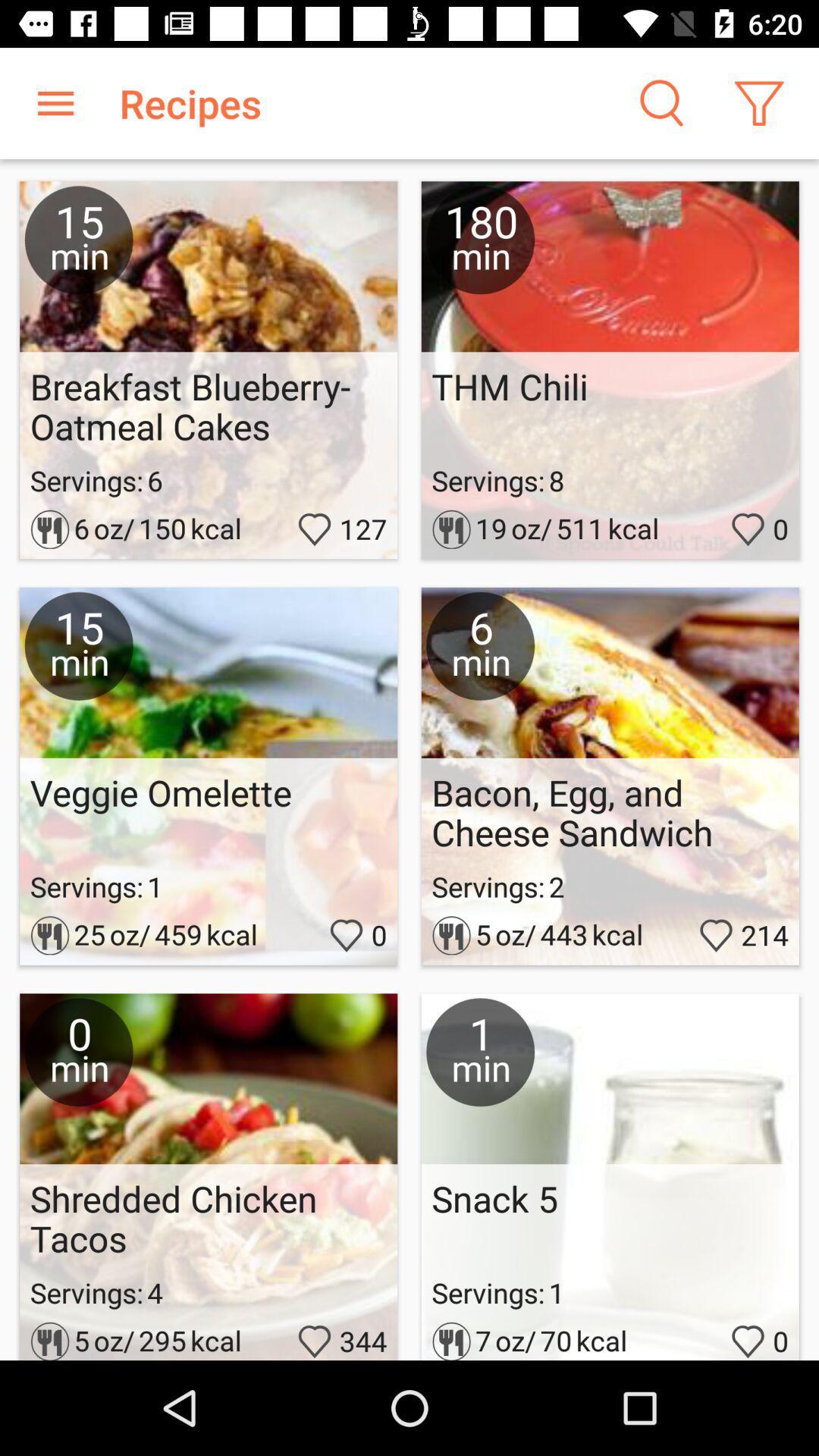  I want to click on search, so click(659, 102).